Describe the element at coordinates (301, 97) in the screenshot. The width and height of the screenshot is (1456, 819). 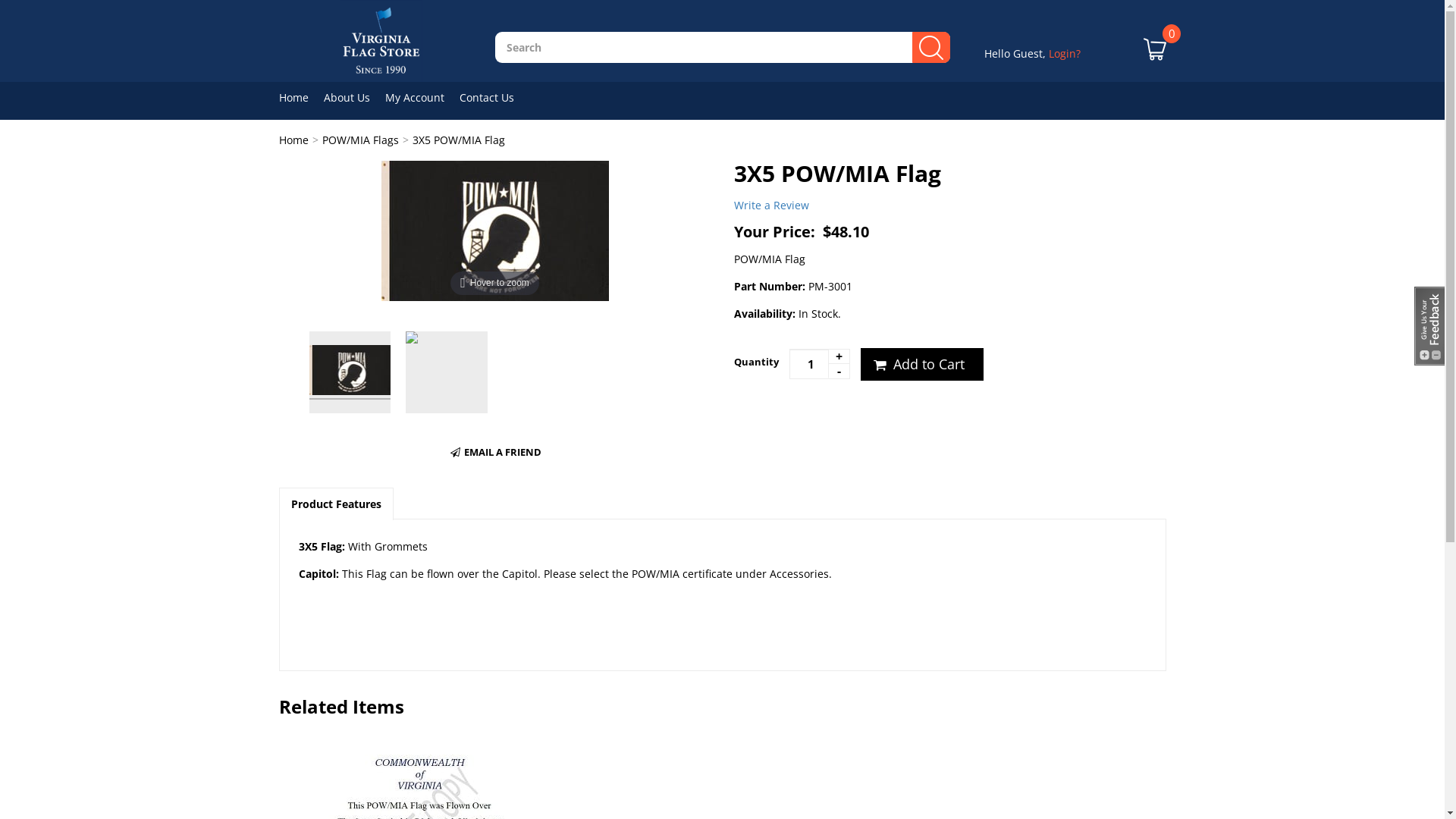
I see `'Home'` at that location.